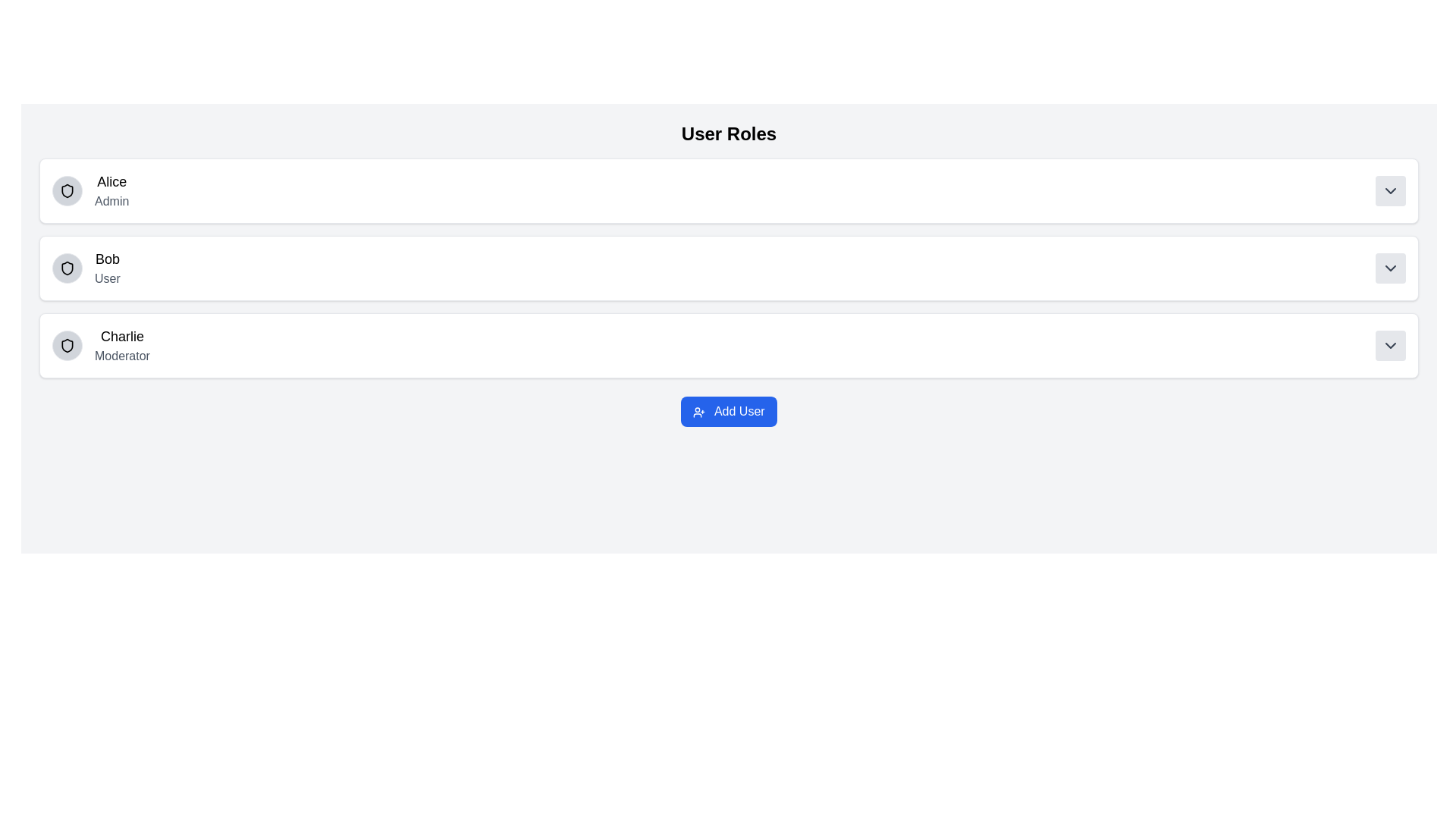 Image resolution: width=1456 pixels, height=819 pixels. What do you see at coordinates (106, 278) in the screenshot?
I see `the static text label that describes the role associated with the user 'Bob', located beneath the title 'User Roles' in the second user block` at bounding box center [106, 278].